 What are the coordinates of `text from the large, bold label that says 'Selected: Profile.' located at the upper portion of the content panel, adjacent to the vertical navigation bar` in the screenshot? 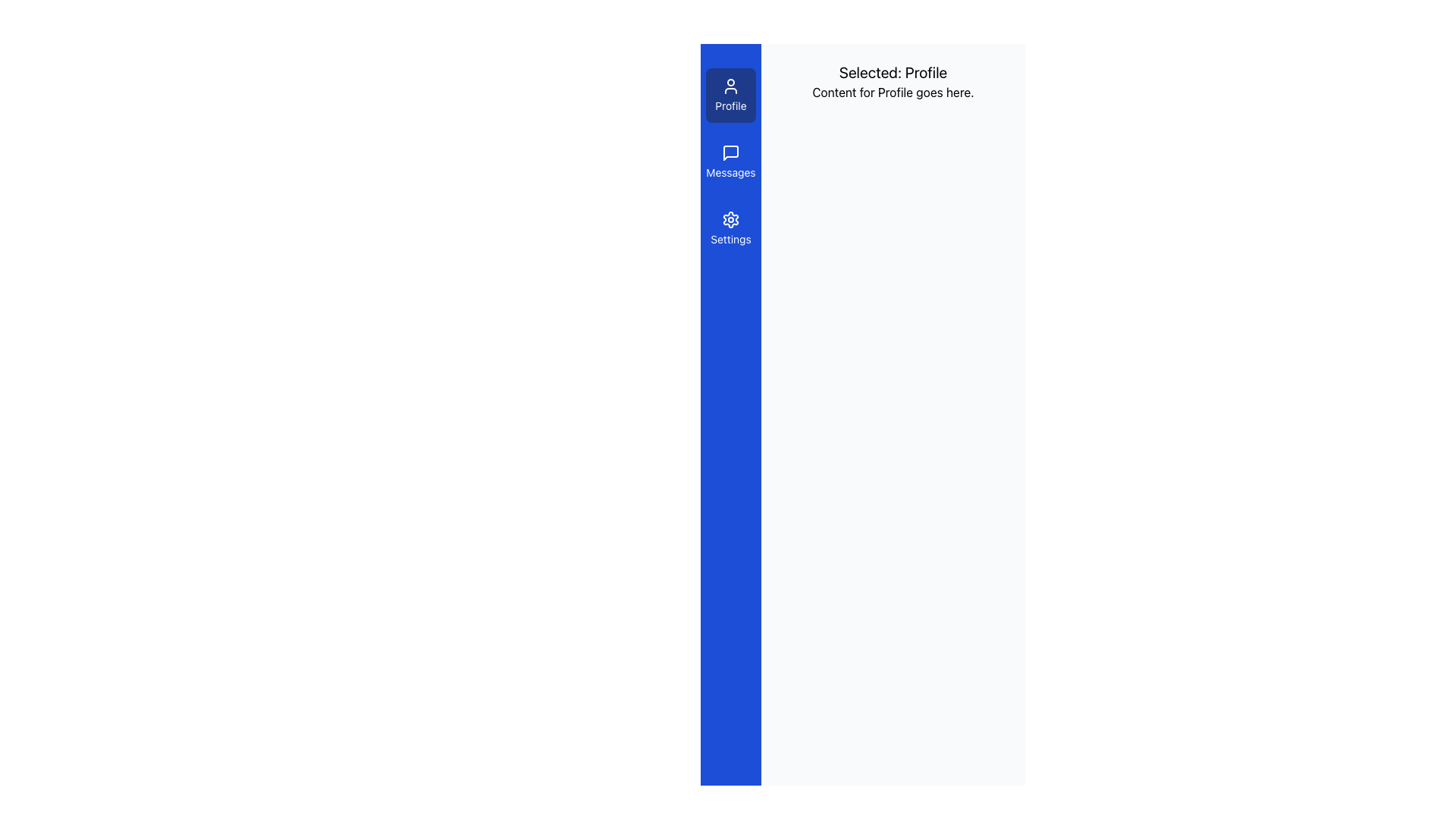 It's located at (893, 73).